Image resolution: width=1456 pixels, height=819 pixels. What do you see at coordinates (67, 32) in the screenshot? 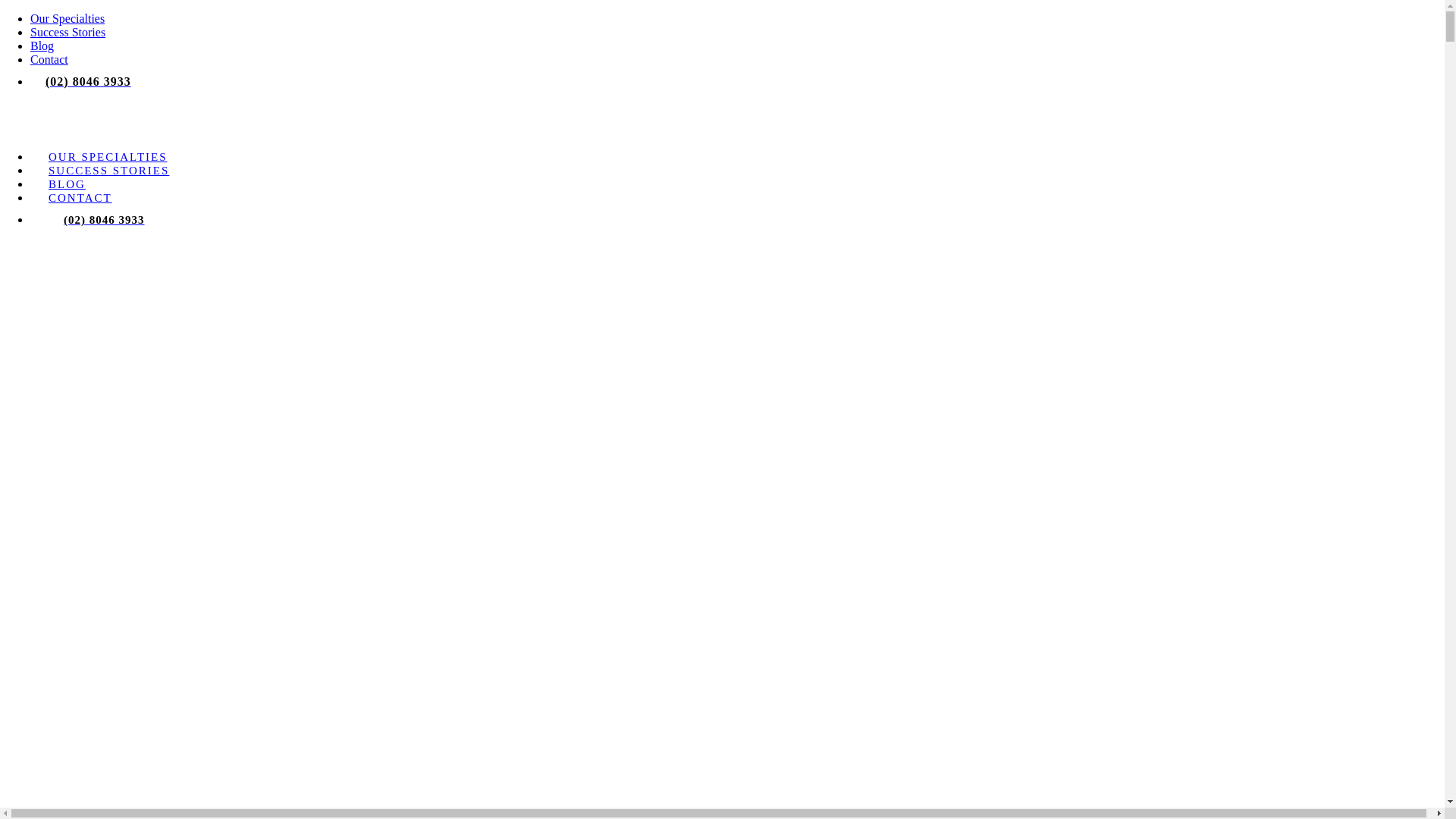
I see `'Success Stories'` at bounding box center [67, 32].